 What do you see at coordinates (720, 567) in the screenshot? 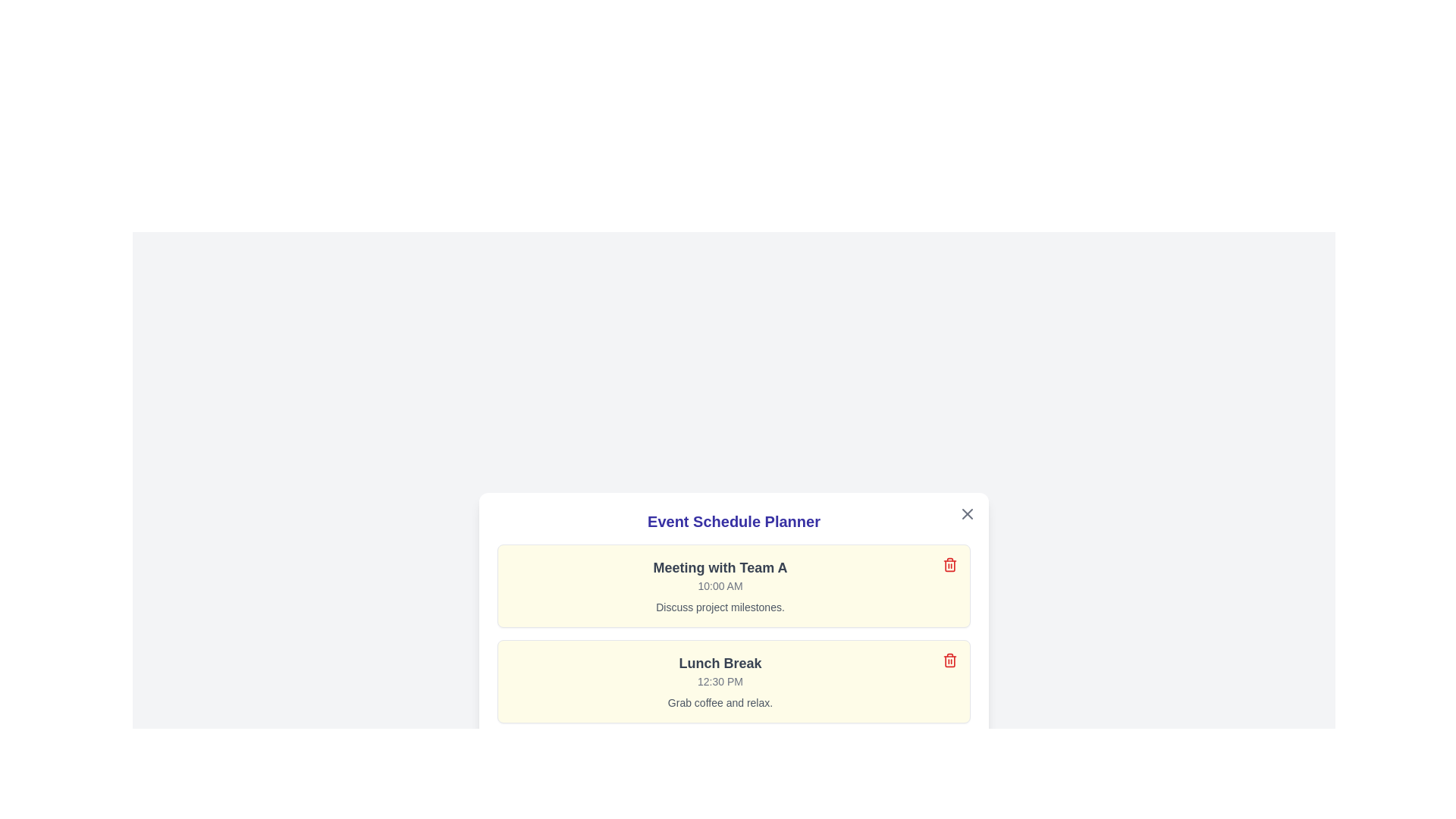
I see `the Text Label that serves as the title or header for the meeting event, positioned at the top of the meeting details block` at bounding box center [720, 567].